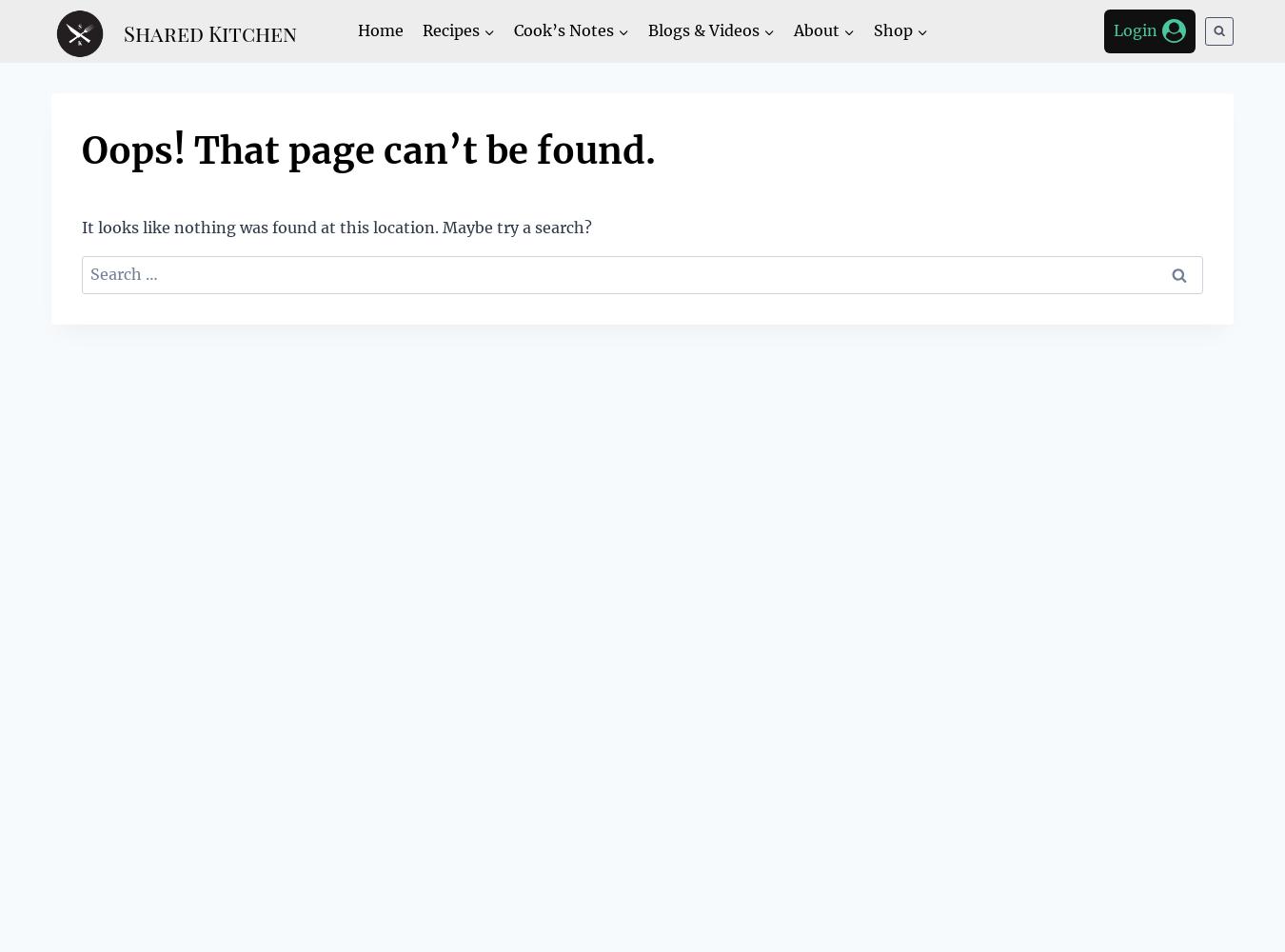 This screenshot has width=1285, height=952. What do you see at coordinates (702, 30) in the screenshot?
I see `'Blogs & Videos'` at bounding box center [702, 30].